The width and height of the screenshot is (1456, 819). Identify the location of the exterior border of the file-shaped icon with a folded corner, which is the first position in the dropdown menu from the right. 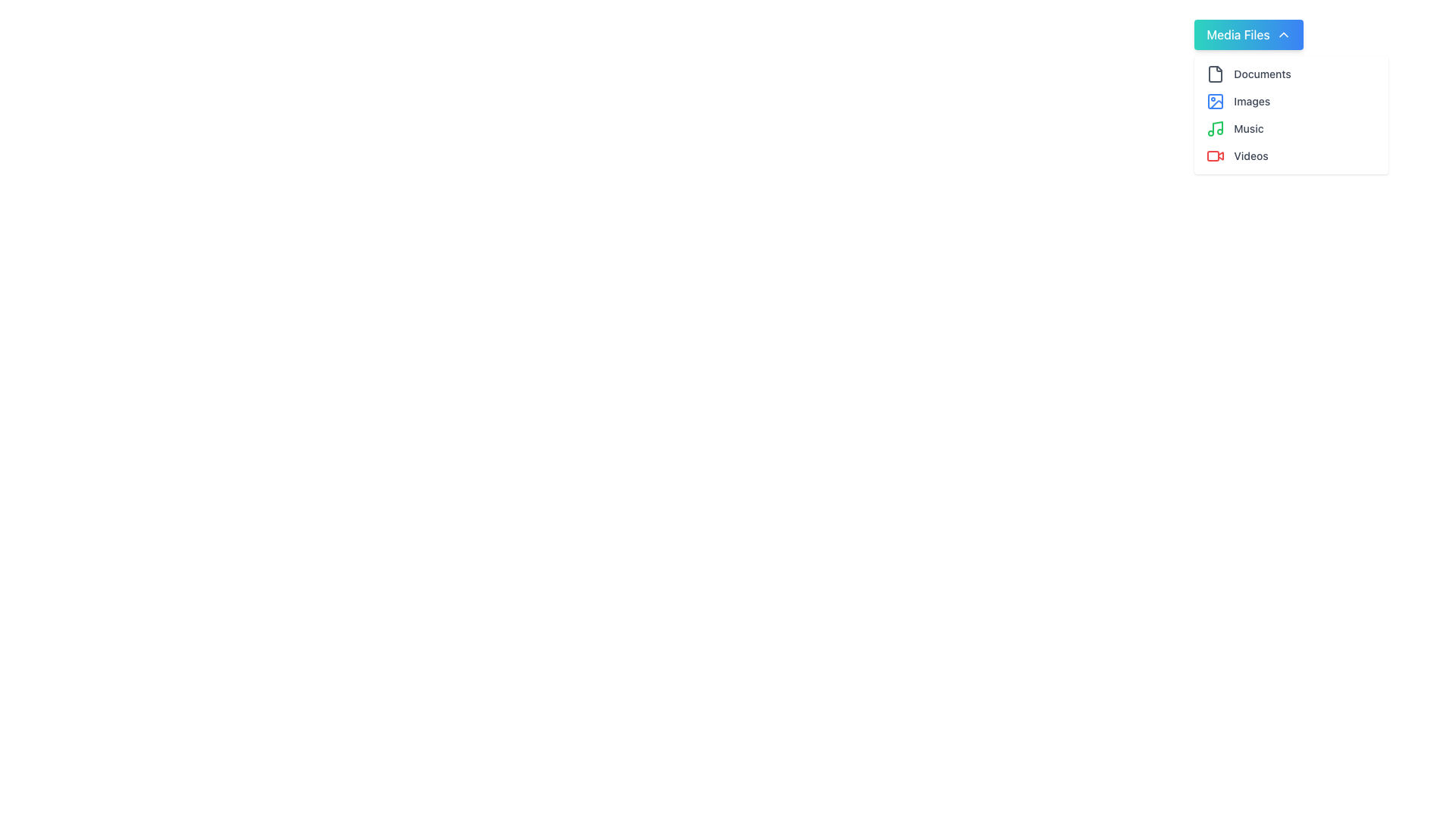
(1216, 74).